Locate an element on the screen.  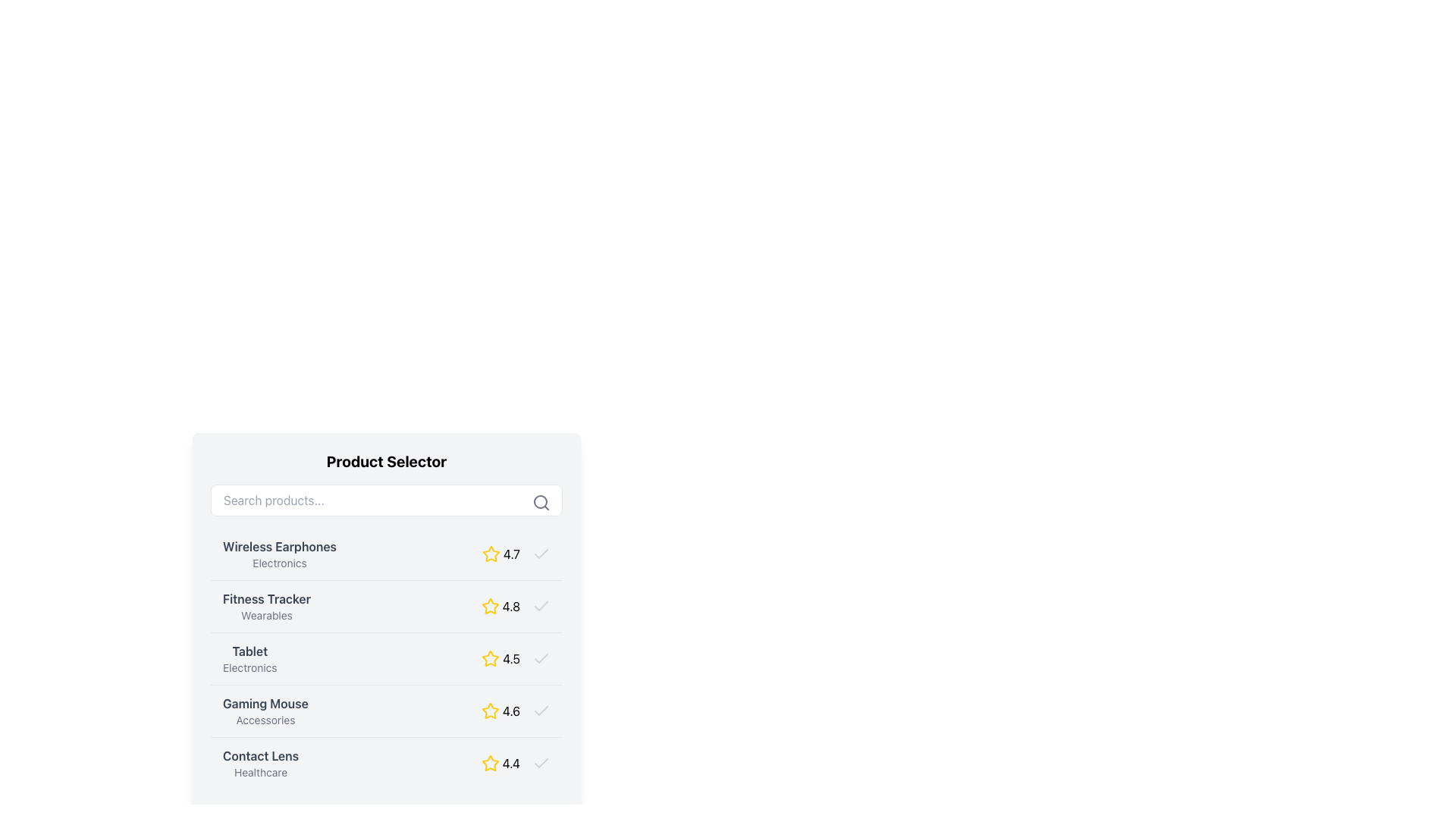
the 'Contact Lens' text label, which is bold, dark gray, and located above the 'Healthcare' text label at the bottom of the list is located at coordinates (261, 755).